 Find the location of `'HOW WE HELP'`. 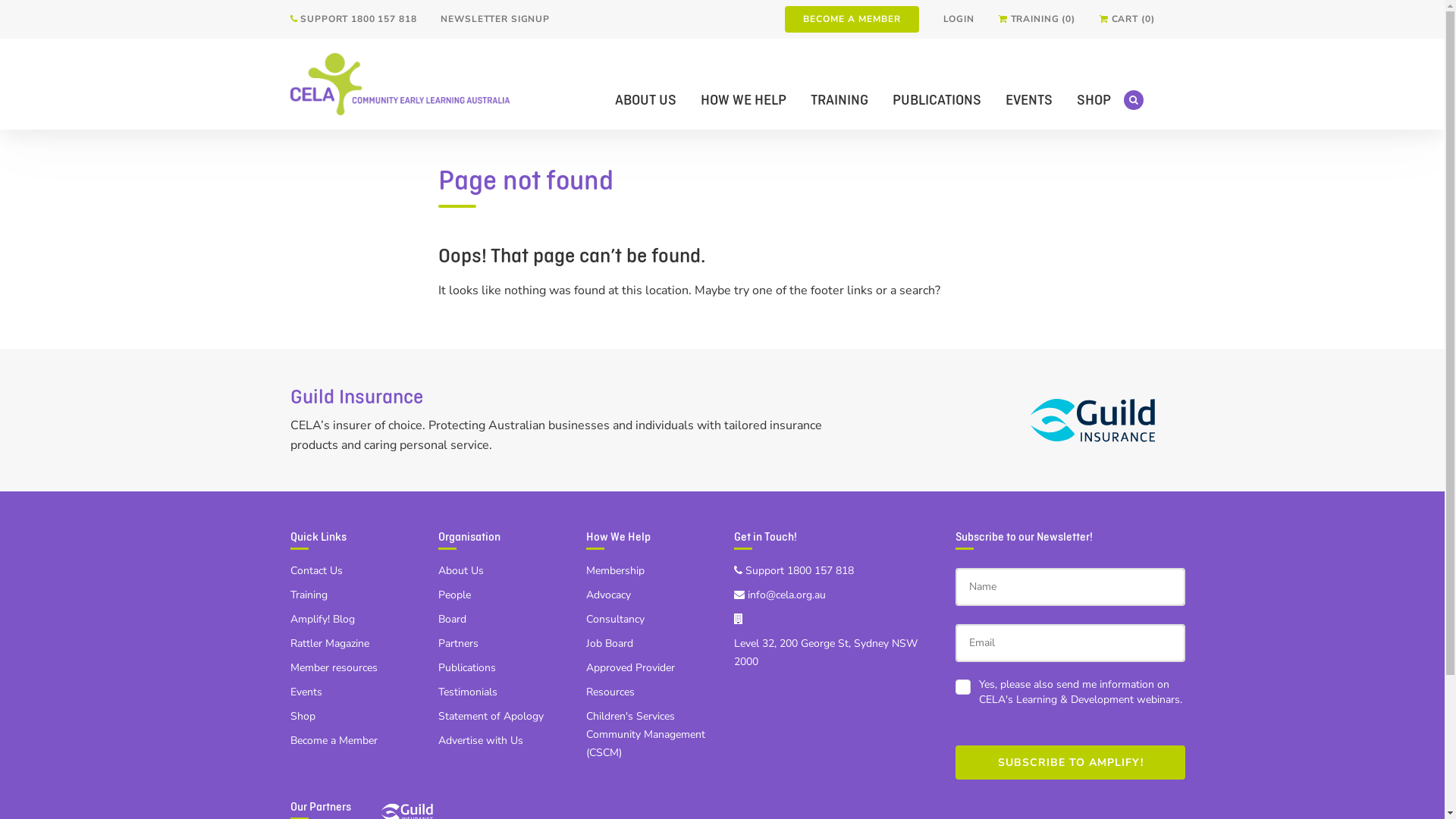

'HOW WE HELP' is located at coordinates (743, 99).